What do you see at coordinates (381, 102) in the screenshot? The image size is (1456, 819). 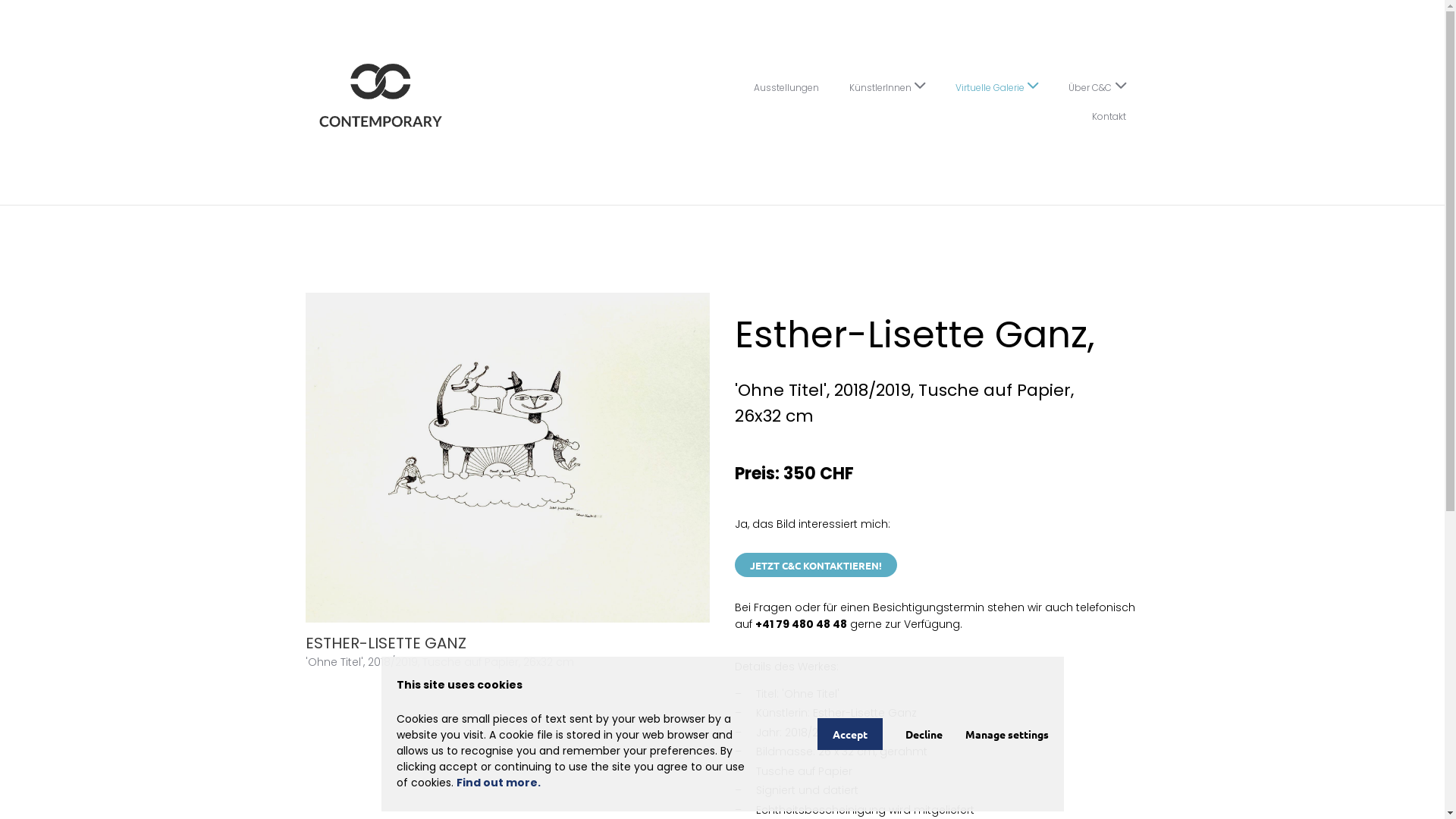 I see `'C&C Contemporary'` at bounding box center [381, 102].